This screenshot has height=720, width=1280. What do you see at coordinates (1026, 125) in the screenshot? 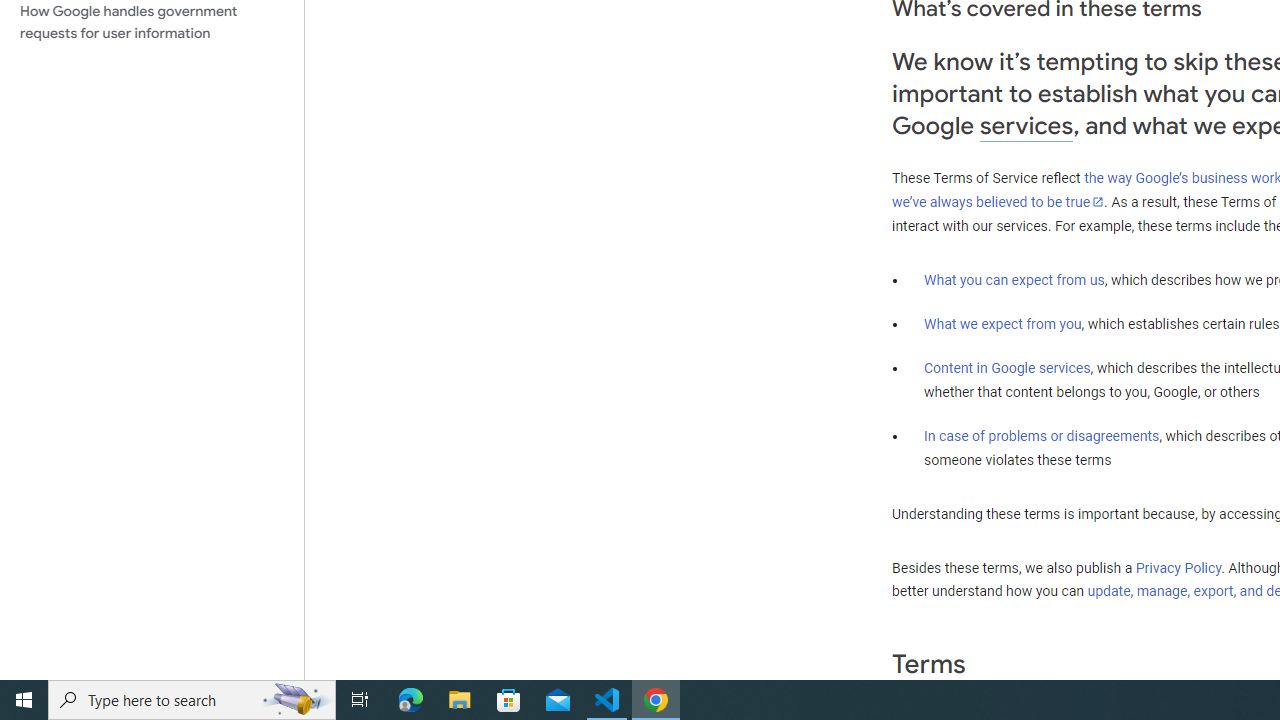
I see `'services'` at bounding box center [1026, 125].